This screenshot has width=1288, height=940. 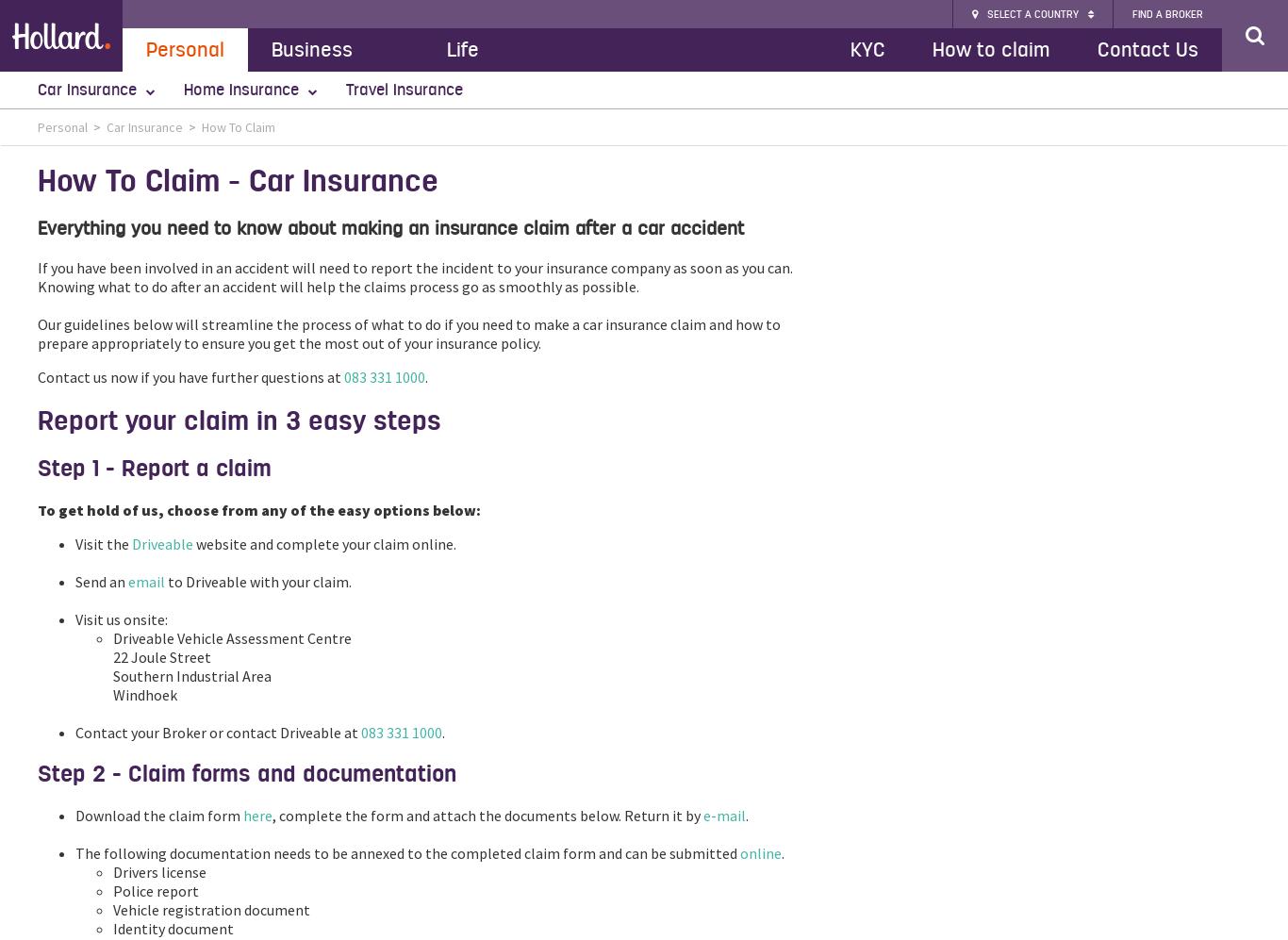 What do you see at coordinates (389, 227) in the screenshot?
I see `'Everything you need to know about making an insurance claim after a car accident'` at bounding box center [389, 227].